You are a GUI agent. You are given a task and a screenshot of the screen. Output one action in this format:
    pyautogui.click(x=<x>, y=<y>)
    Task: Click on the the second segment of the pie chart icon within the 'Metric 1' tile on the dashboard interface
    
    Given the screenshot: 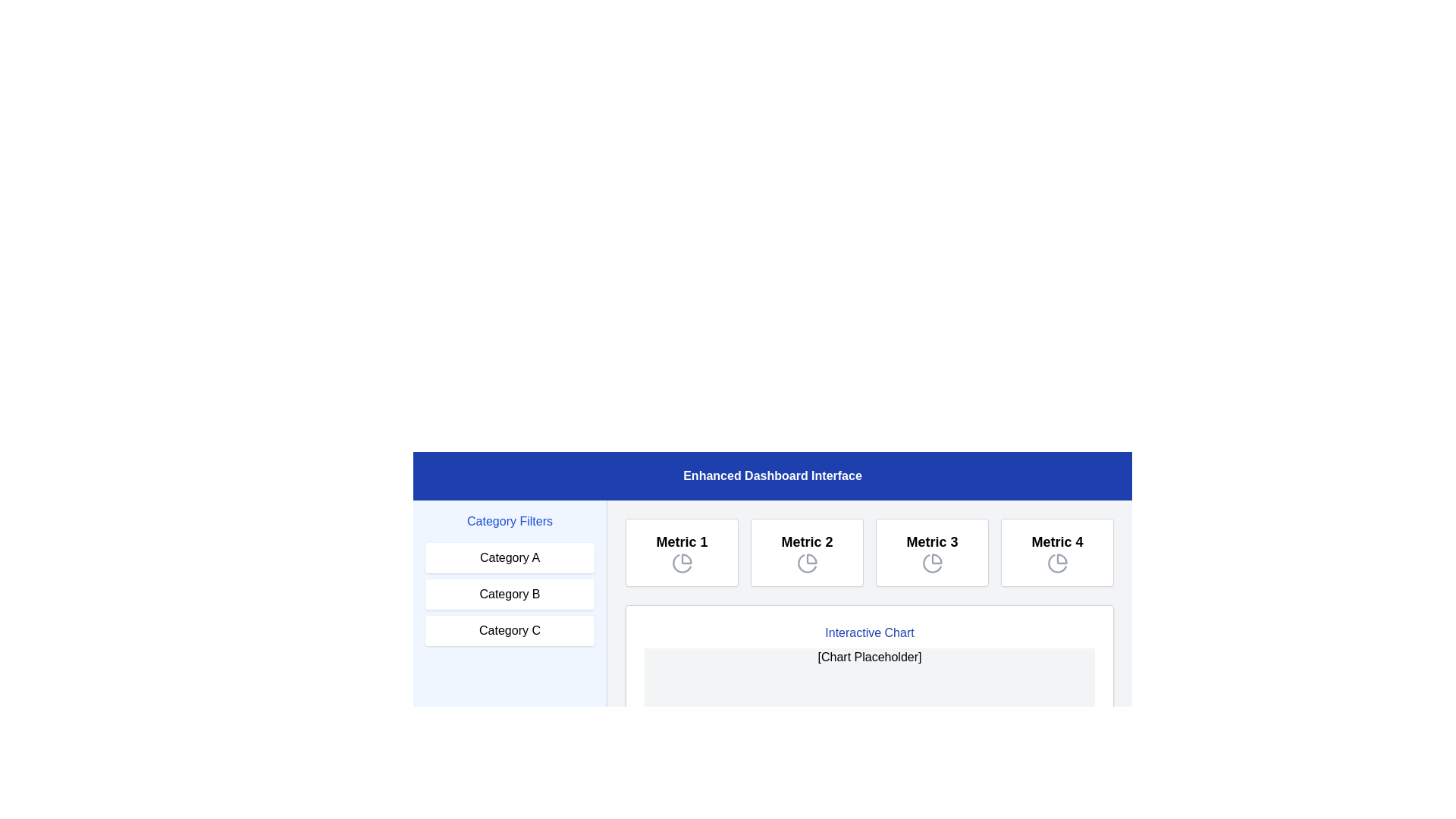 What is the action you would take?
    pyautogui.click(x=680, y=563)
    